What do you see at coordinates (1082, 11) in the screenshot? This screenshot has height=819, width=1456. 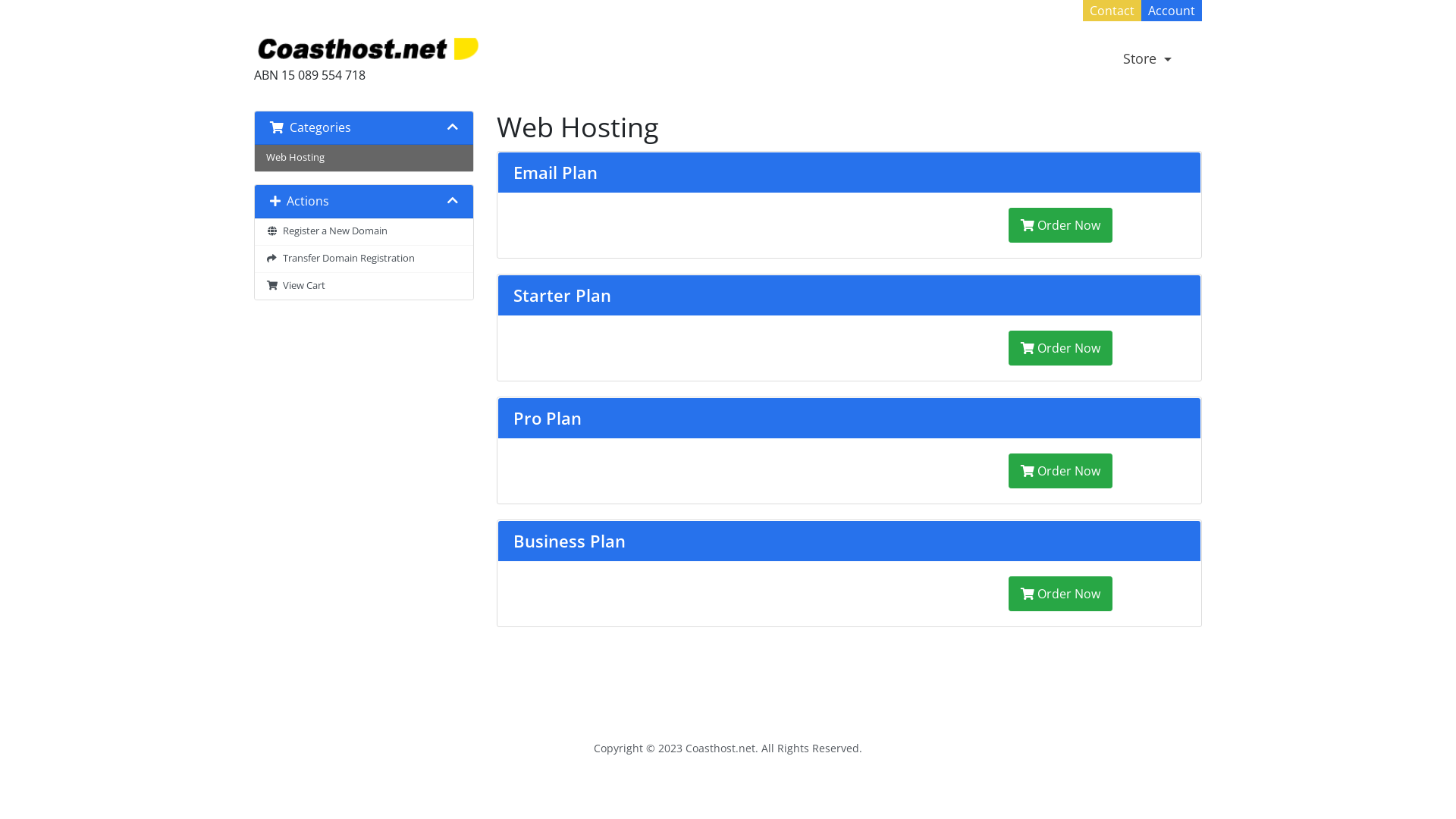 I see `'Contact'` at bounding box center [1082, 11].